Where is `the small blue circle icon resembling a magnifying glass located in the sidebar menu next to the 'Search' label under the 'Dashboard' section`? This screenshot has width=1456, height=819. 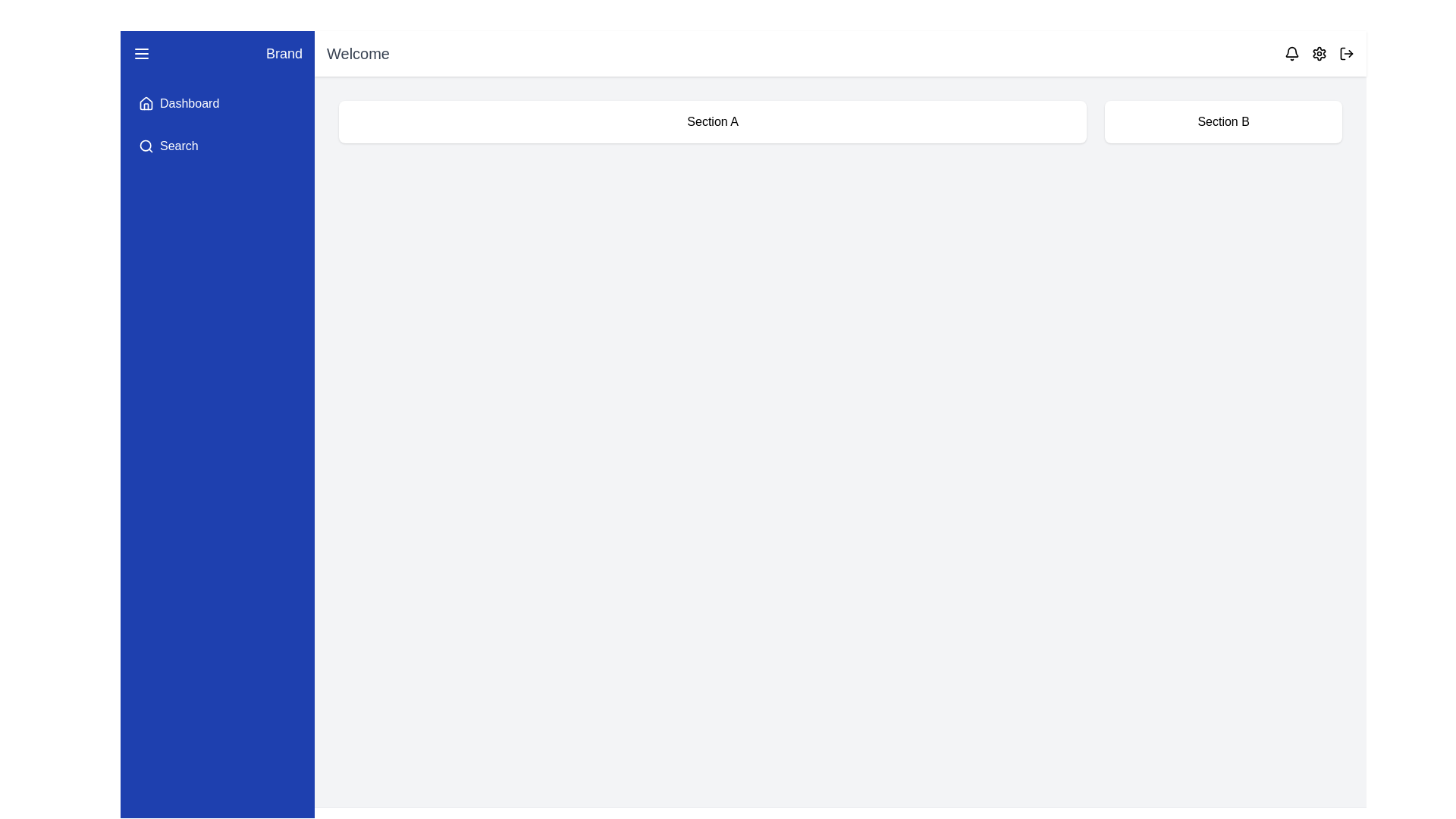 the small blue circle icon resembling a magnifying glass located in the sidebar menu next to the 'Search' label under the 'Dashboard' section is located at coordinates (146, 146).